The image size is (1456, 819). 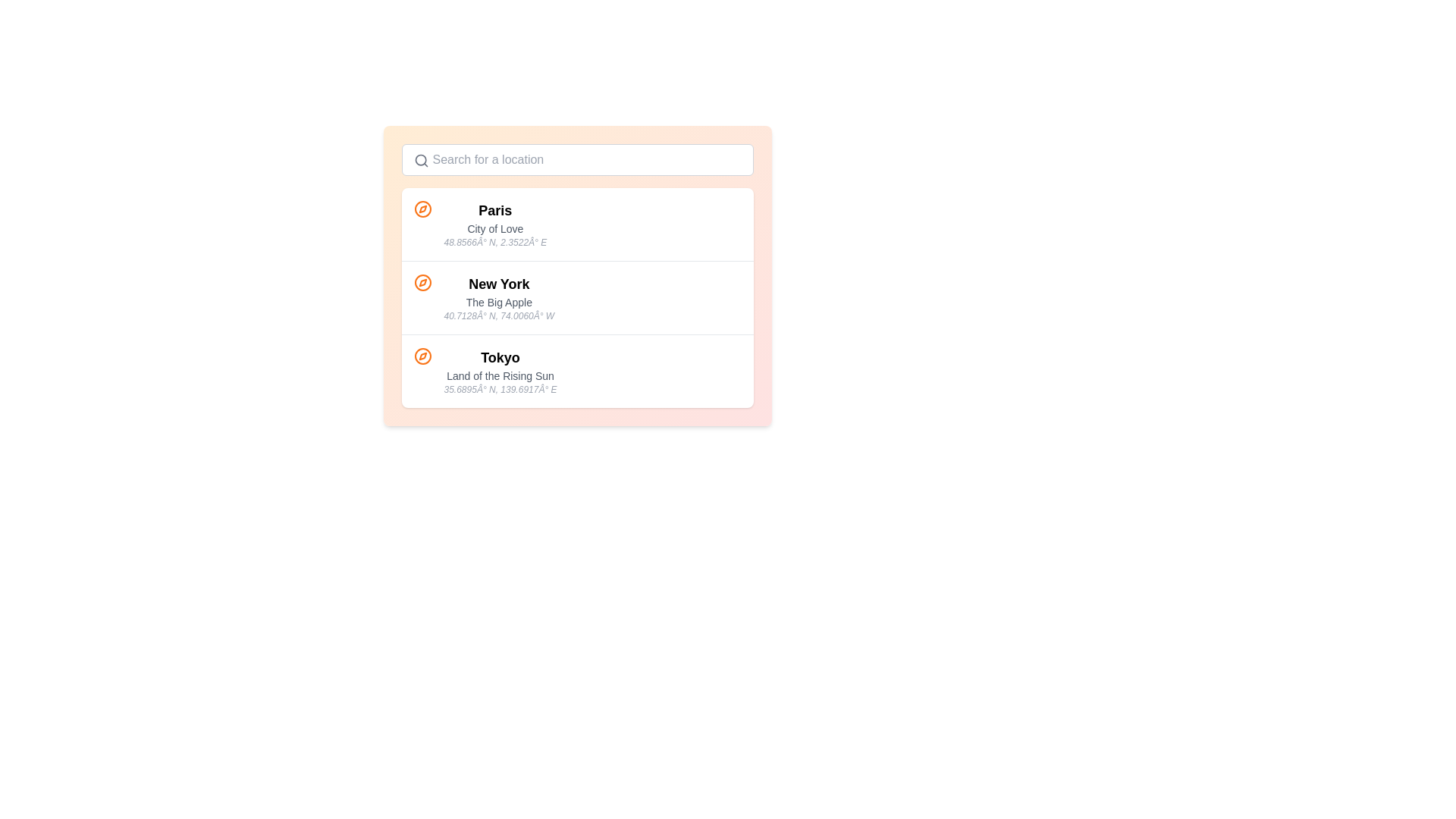 I want to click on the 'New York' list item, so click(x=576, y=297).